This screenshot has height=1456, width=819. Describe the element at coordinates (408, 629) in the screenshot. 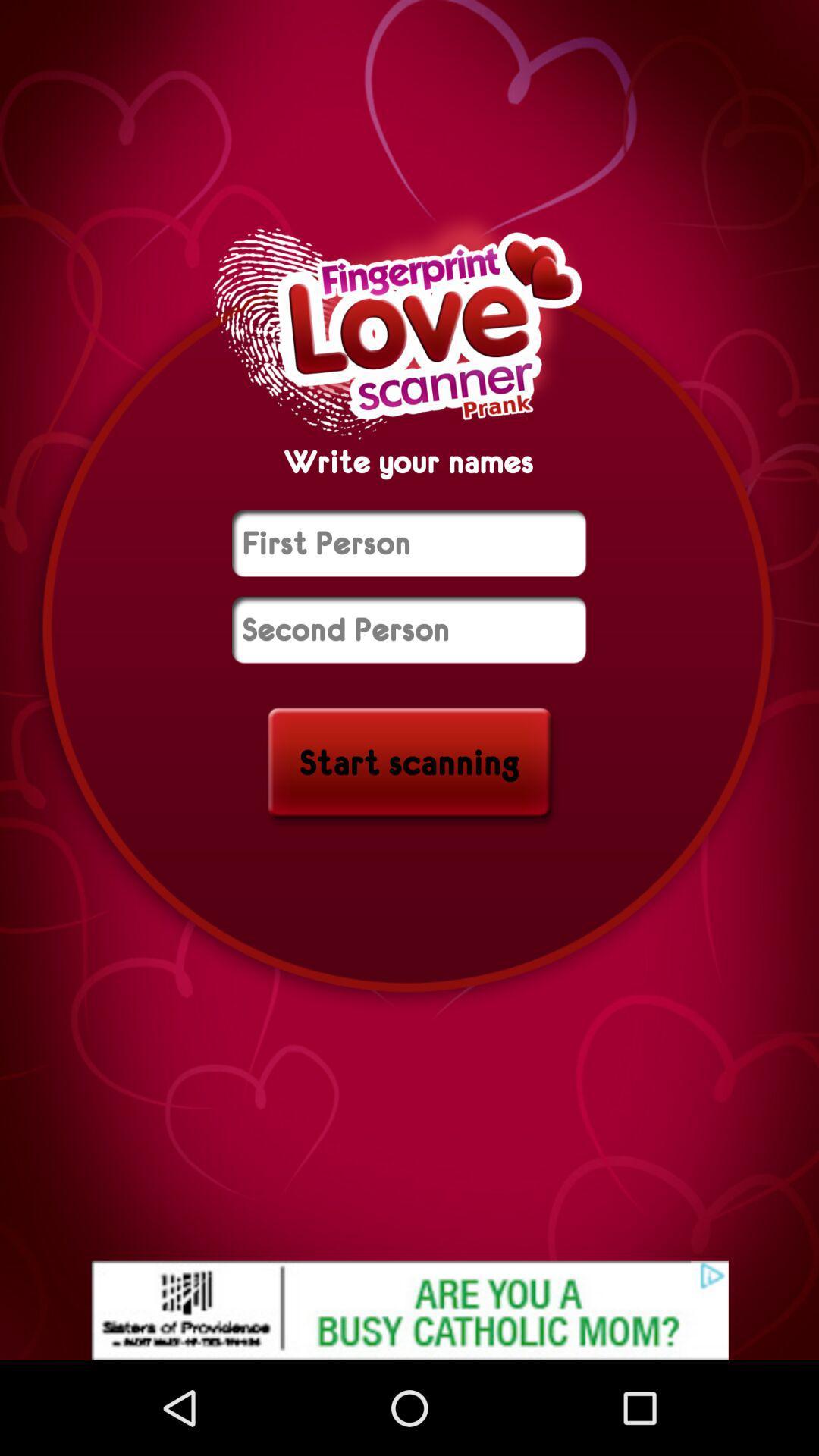

I see `second person name` at that location.